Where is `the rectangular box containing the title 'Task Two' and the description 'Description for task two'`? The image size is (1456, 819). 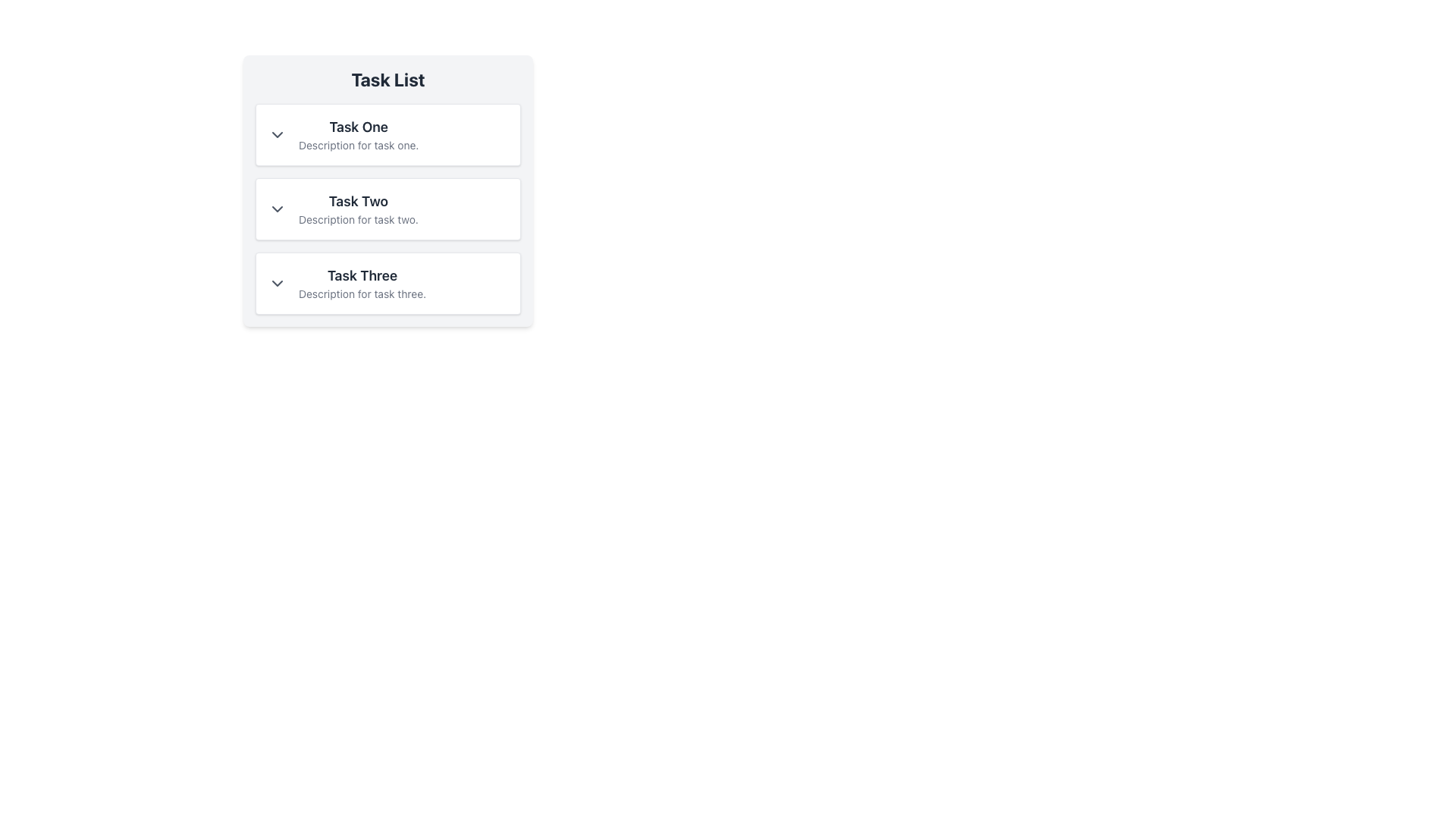 the rectangular box containing the title 'Task Two' and the description 'Description for task two' is located at coordinates (388, 190).